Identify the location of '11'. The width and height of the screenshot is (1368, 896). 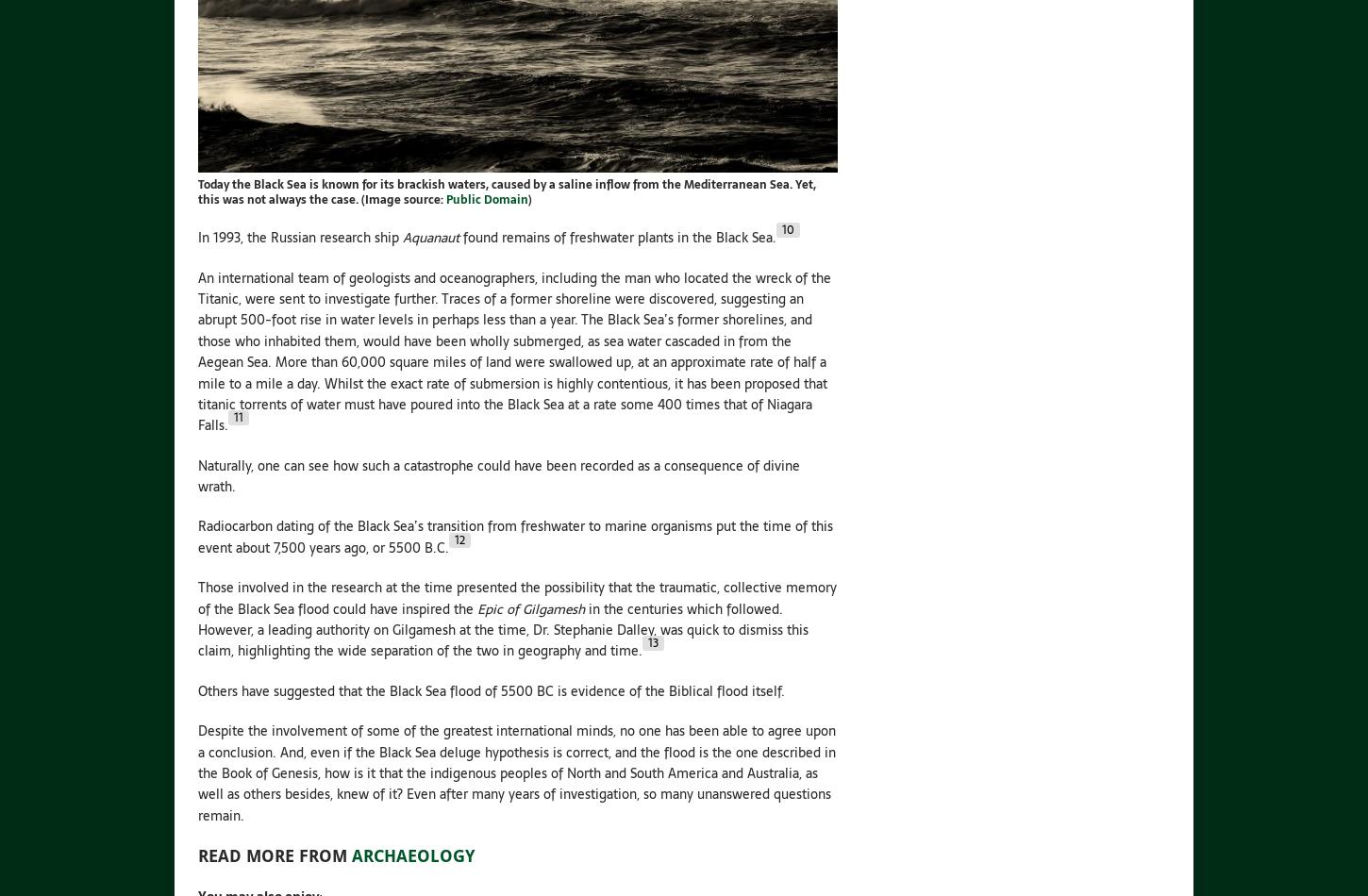
(233, 416).